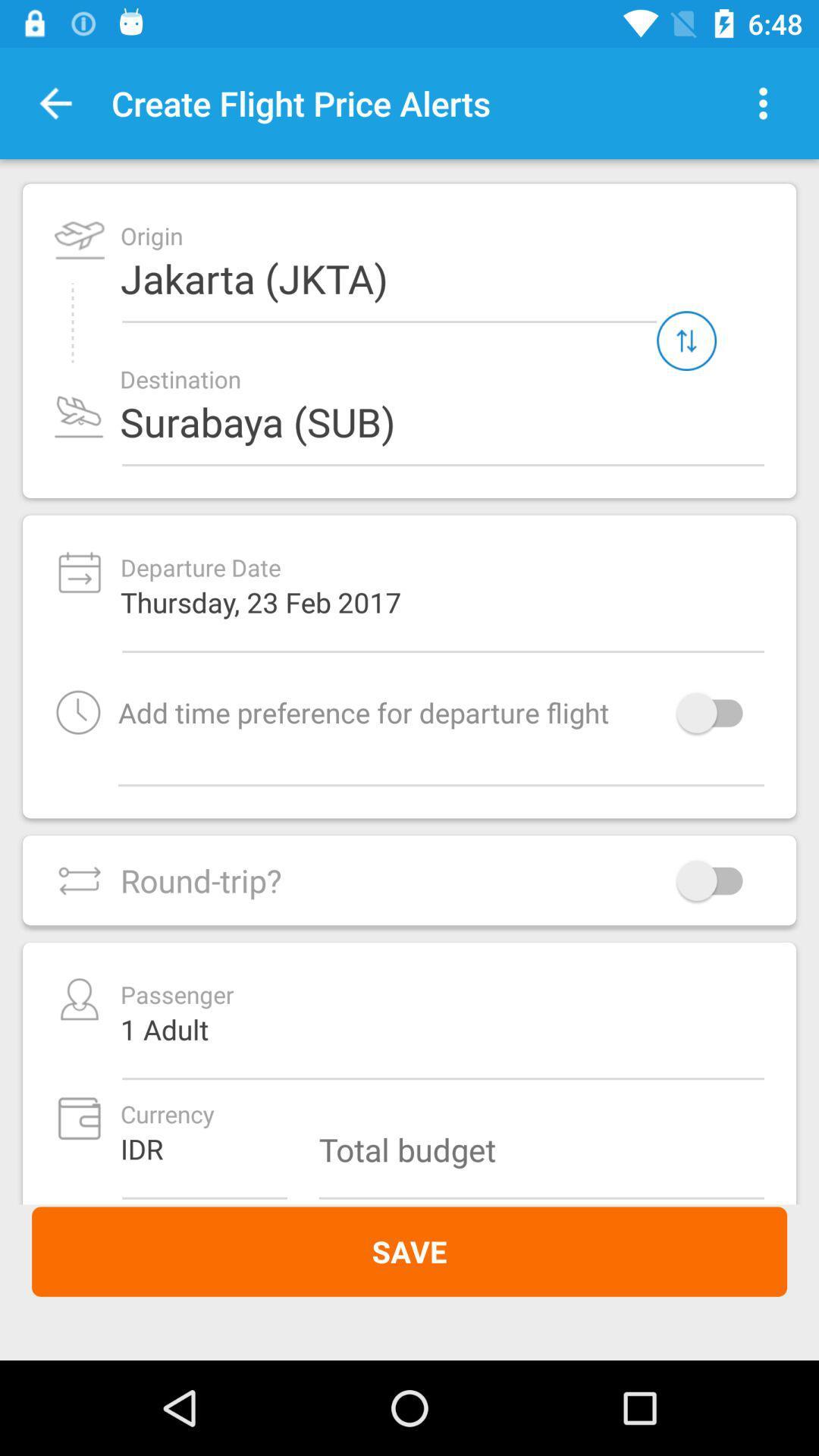  I want to click on the item next to the create flight price icon, so click(55, 102).